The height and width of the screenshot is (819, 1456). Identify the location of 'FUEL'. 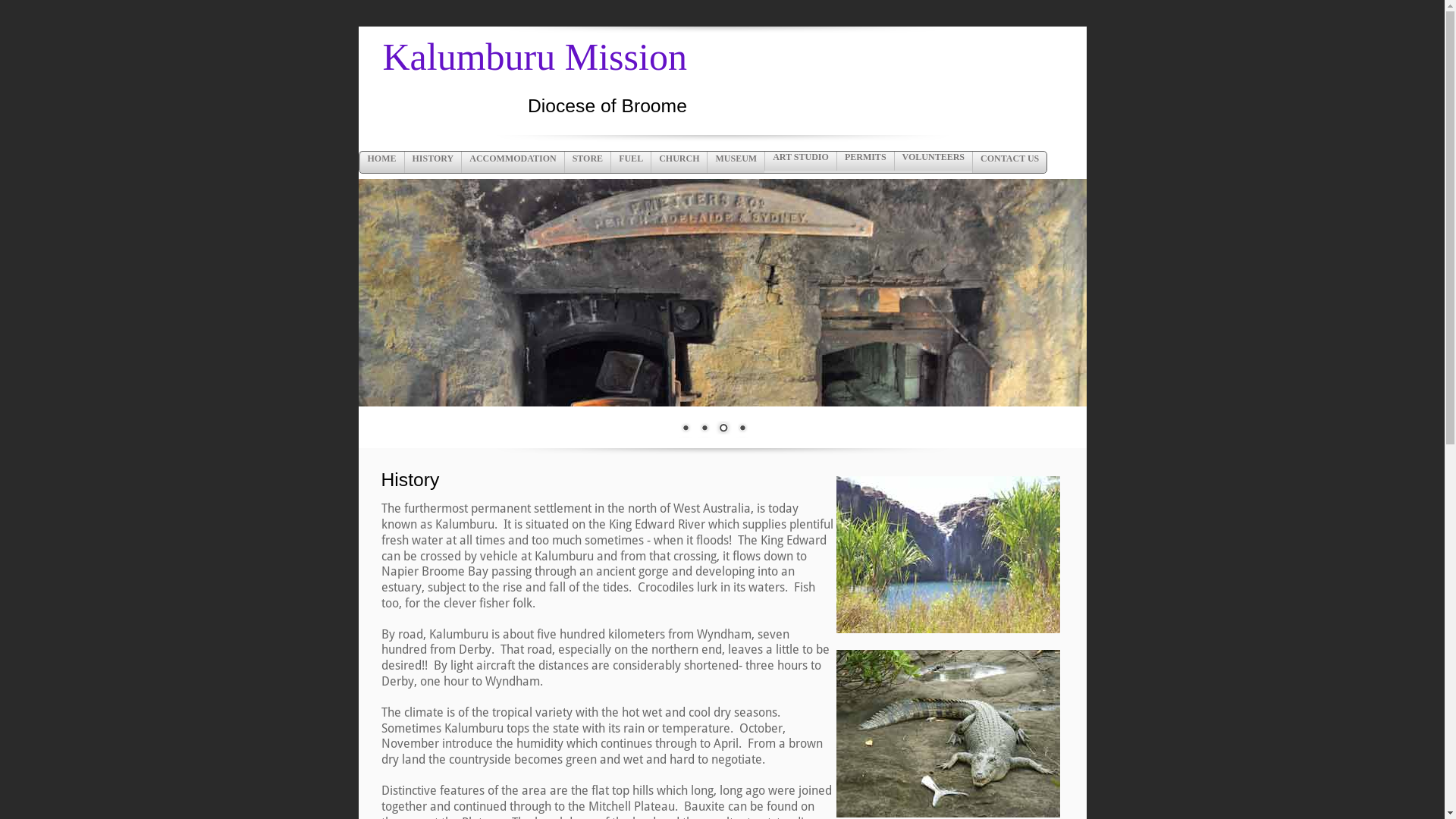
(610, 162).